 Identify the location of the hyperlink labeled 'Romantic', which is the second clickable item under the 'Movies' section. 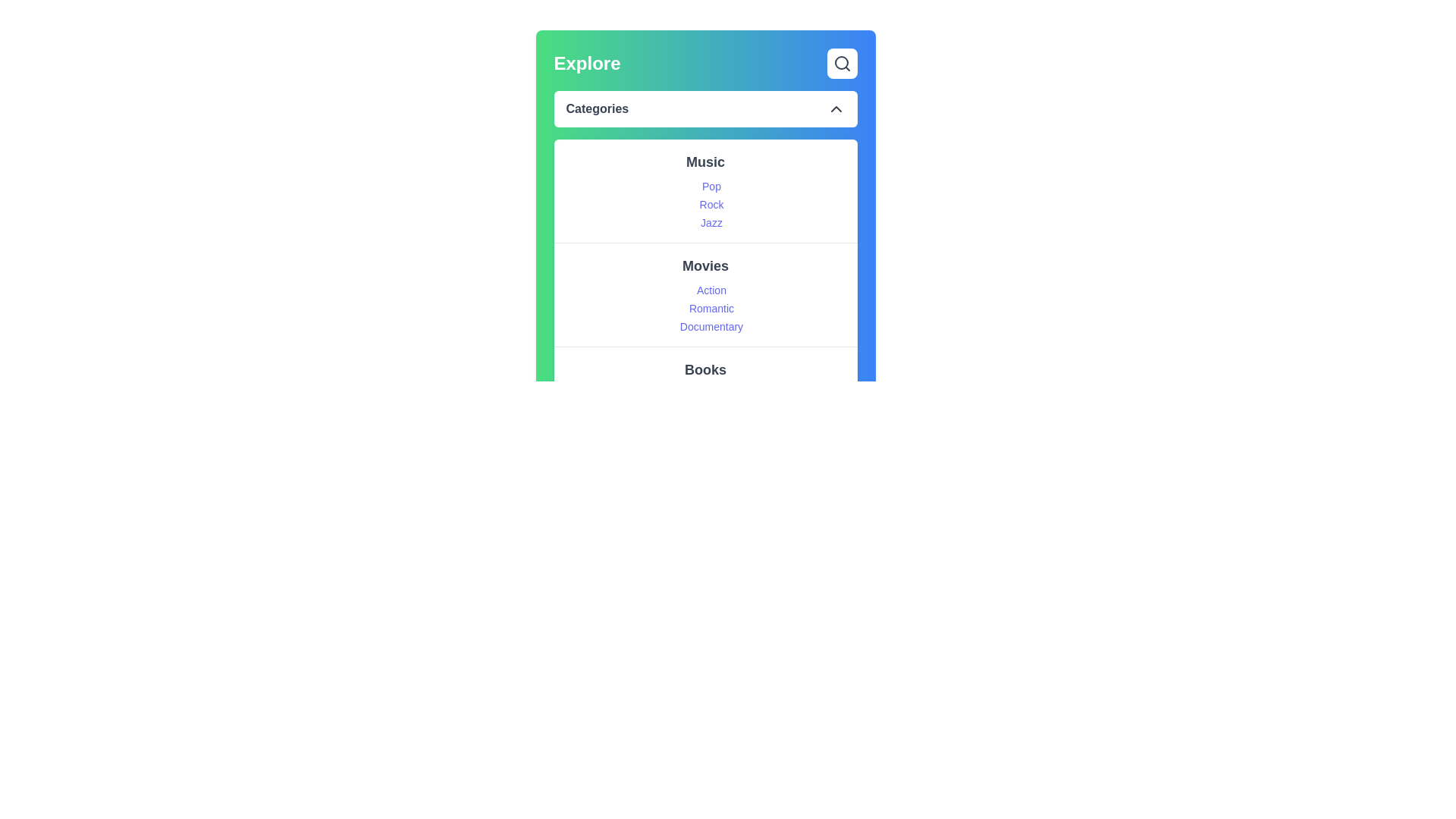
(711, 308).